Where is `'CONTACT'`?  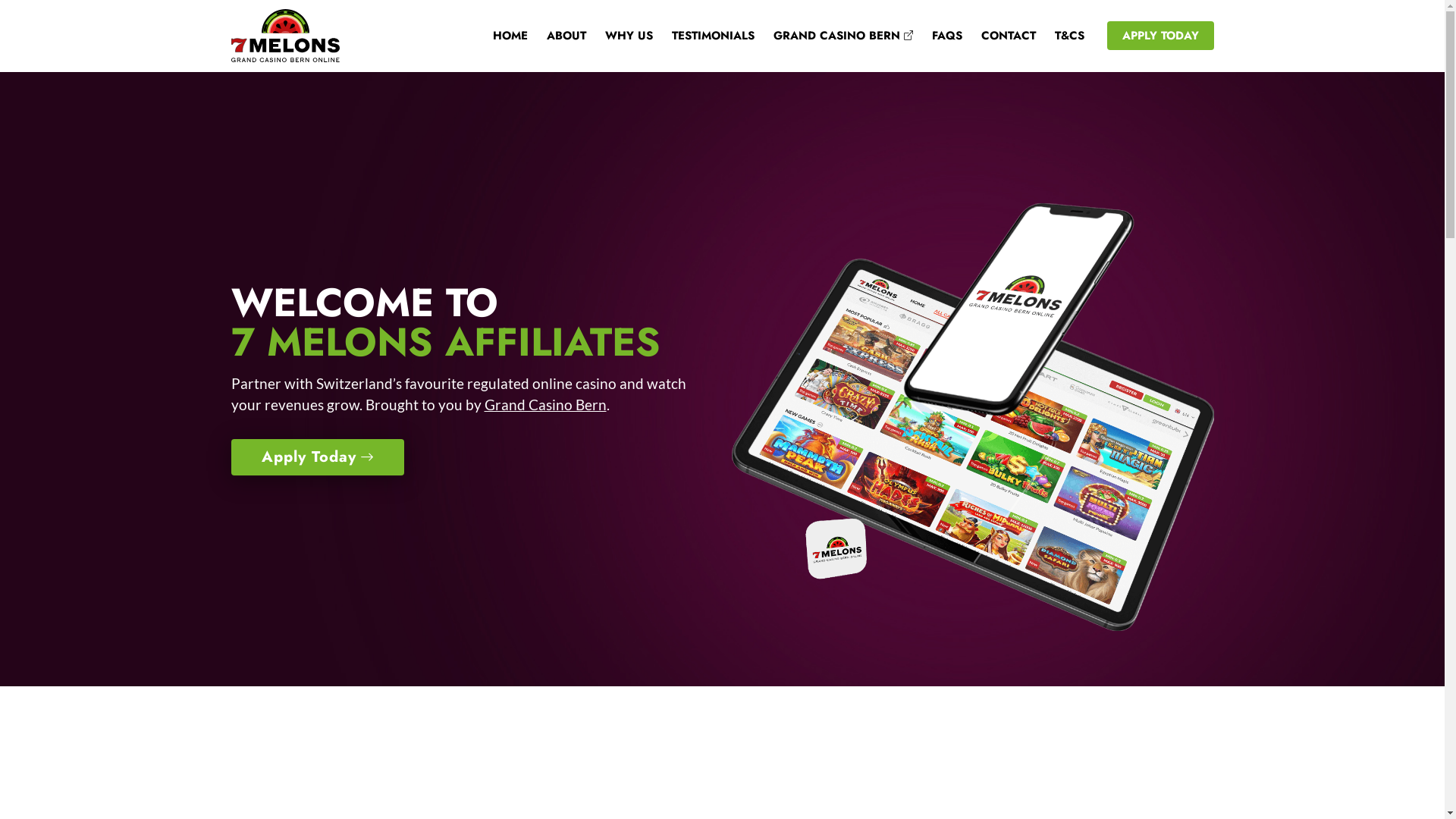
'CONTACT' is located at coordinates (998, 35).